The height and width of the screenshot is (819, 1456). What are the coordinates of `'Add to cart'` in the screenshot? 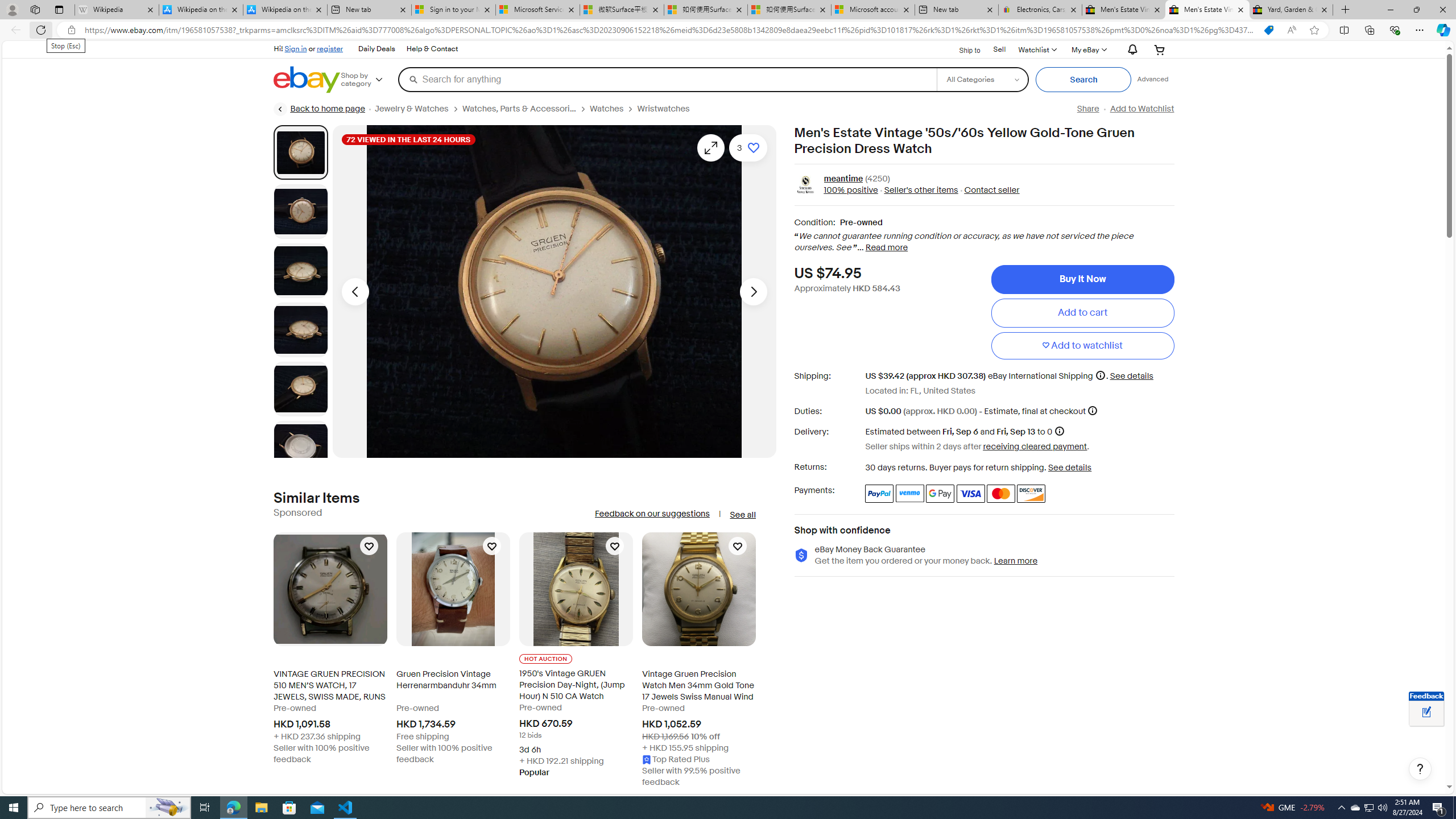 It's located at (1082, 312).